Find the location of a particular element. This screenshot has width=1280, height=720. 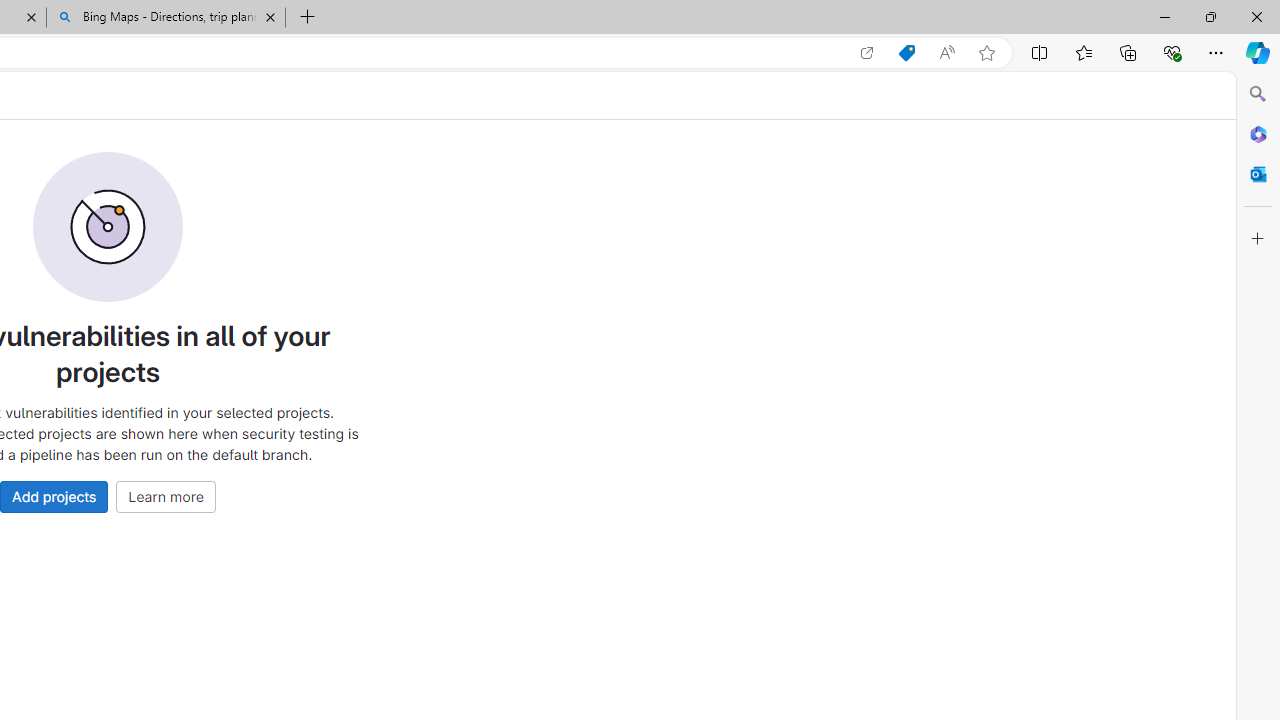

'Microsoft 365' is located at coordinates (1257, 133).